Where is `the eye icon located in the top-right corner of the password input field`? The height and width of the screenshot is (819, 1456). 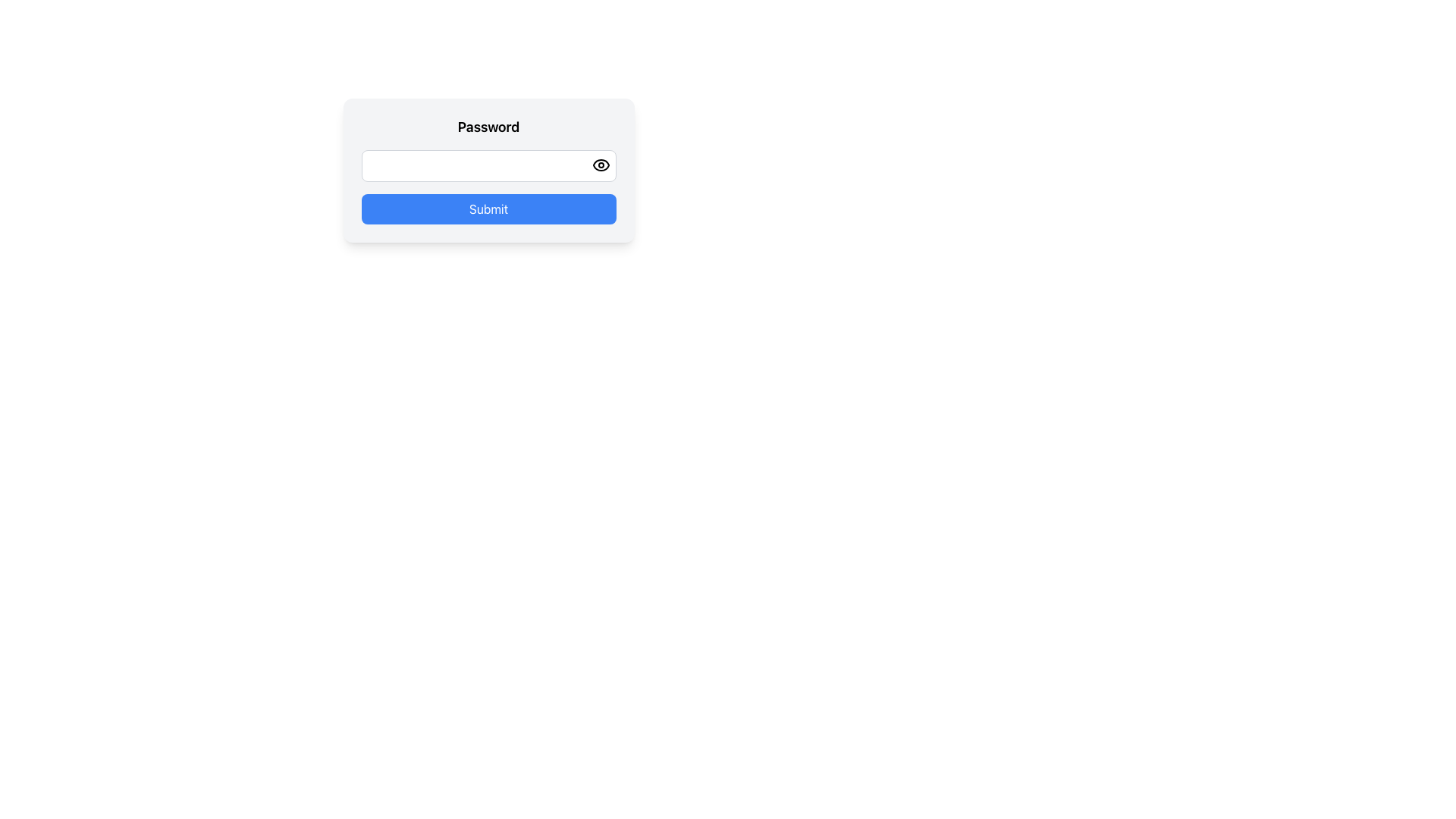
the eye icon located in the top-right corner of the password input field is located at coordinates (600, 165).